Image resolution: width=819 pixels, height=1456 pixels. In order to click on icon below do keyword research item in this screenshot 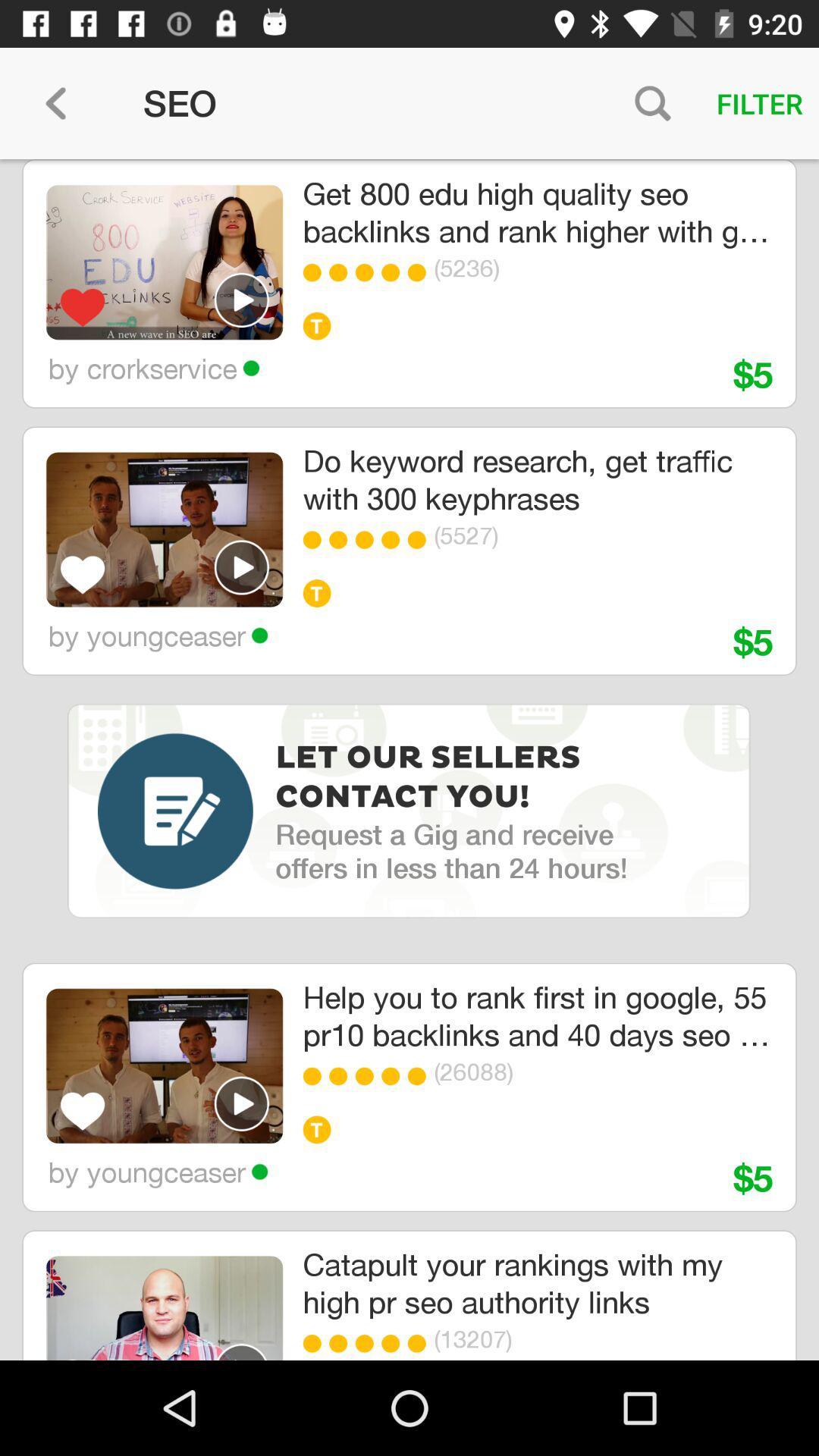, I will do `click(315, 540)`.